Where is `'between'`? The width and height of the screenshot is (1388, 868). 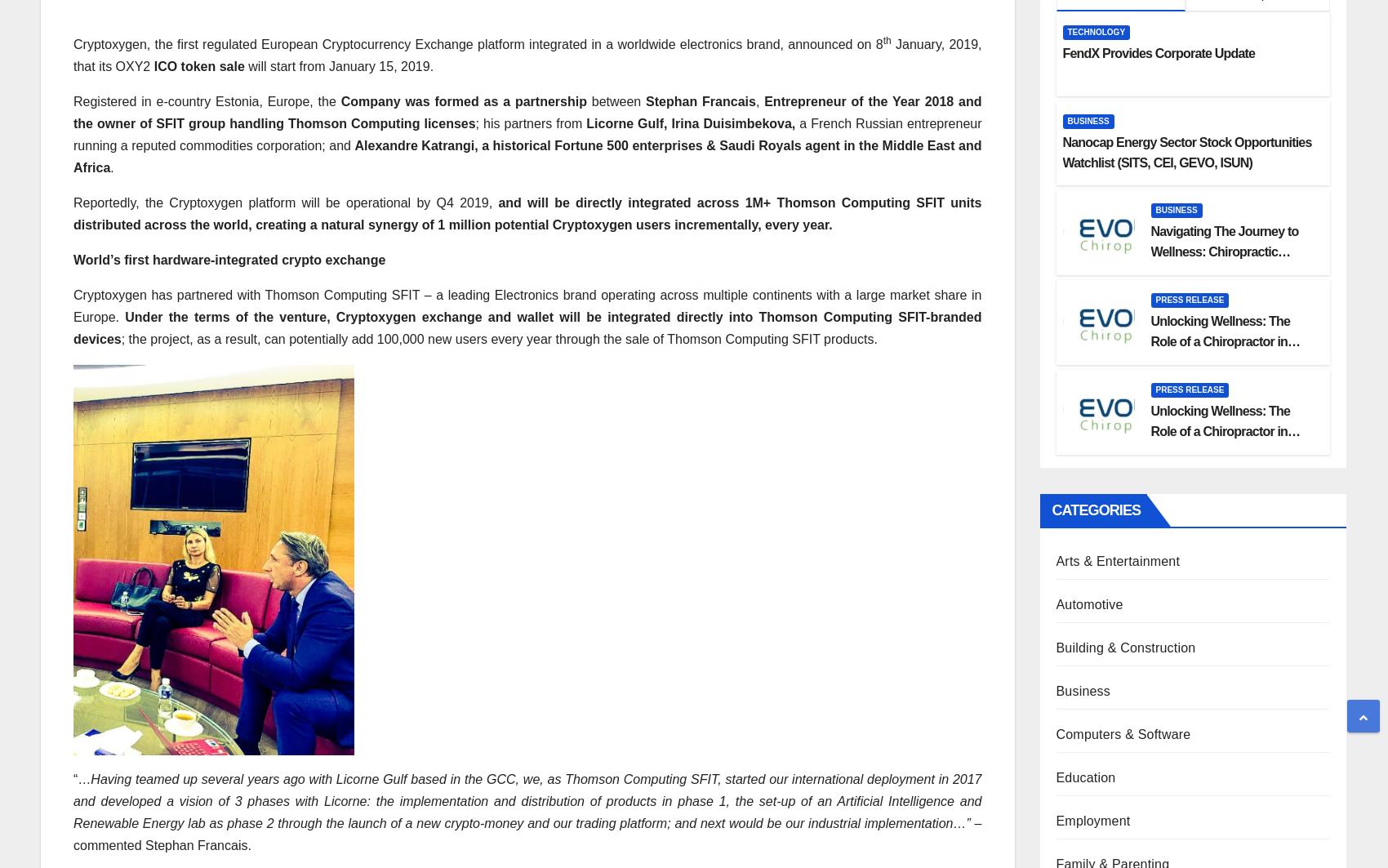 'between' is located at coordinates (615, 100).